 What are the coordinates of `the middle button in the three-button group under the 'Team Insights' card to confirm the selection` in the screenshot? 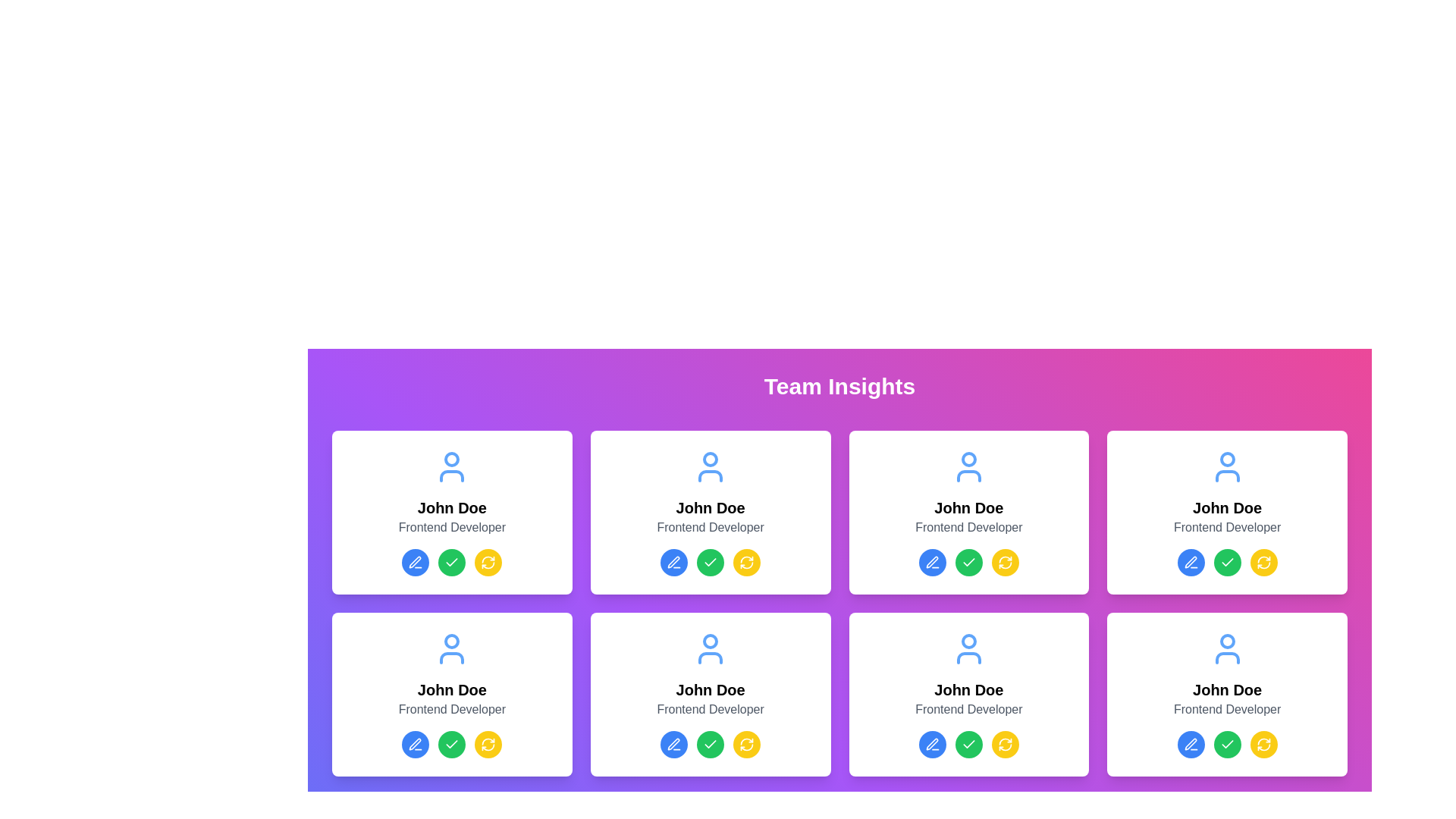 It's located at (451, 562).